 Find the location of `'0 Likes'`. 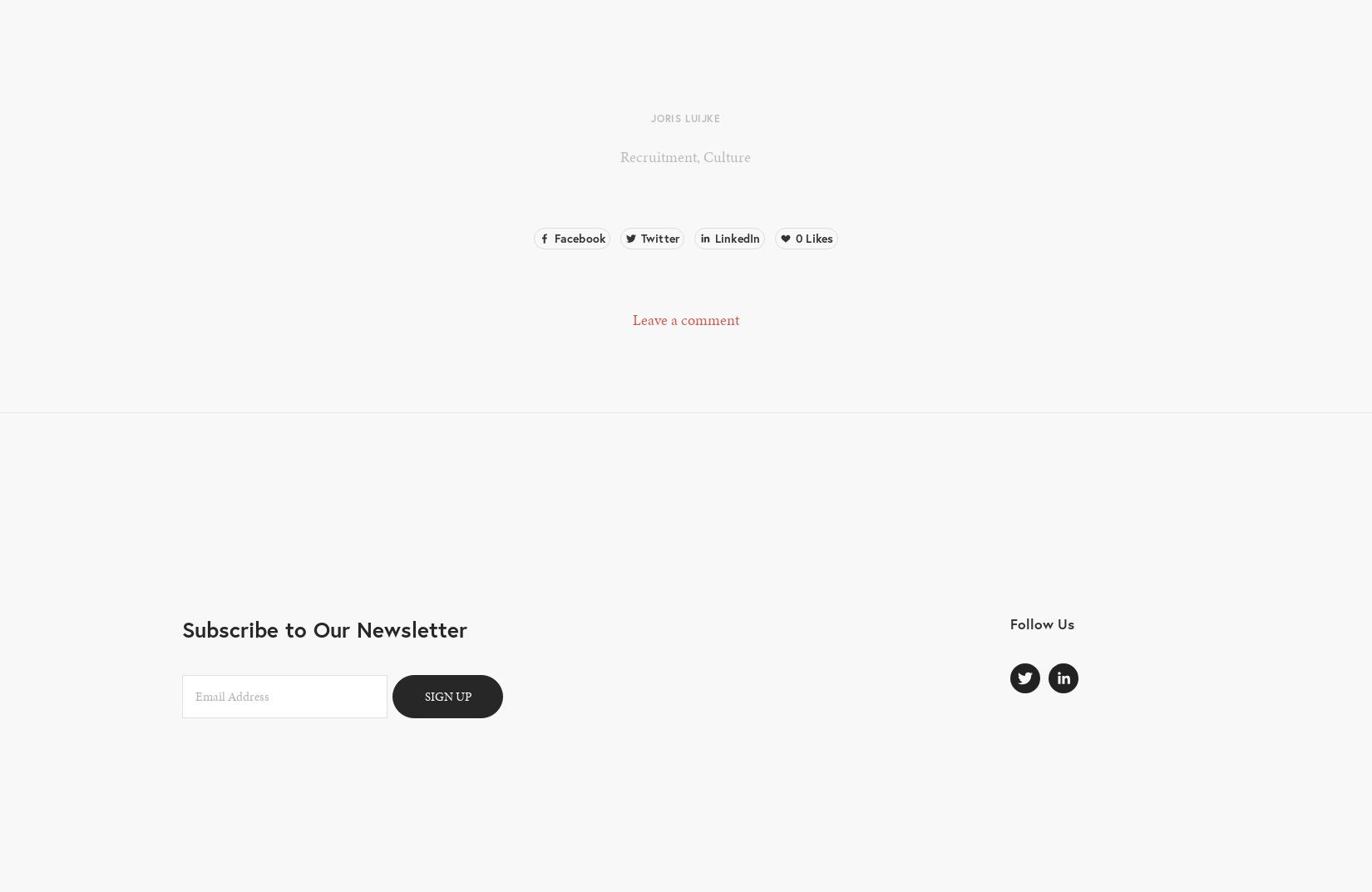

'0 Likes' is located at coordinates (814, 237).